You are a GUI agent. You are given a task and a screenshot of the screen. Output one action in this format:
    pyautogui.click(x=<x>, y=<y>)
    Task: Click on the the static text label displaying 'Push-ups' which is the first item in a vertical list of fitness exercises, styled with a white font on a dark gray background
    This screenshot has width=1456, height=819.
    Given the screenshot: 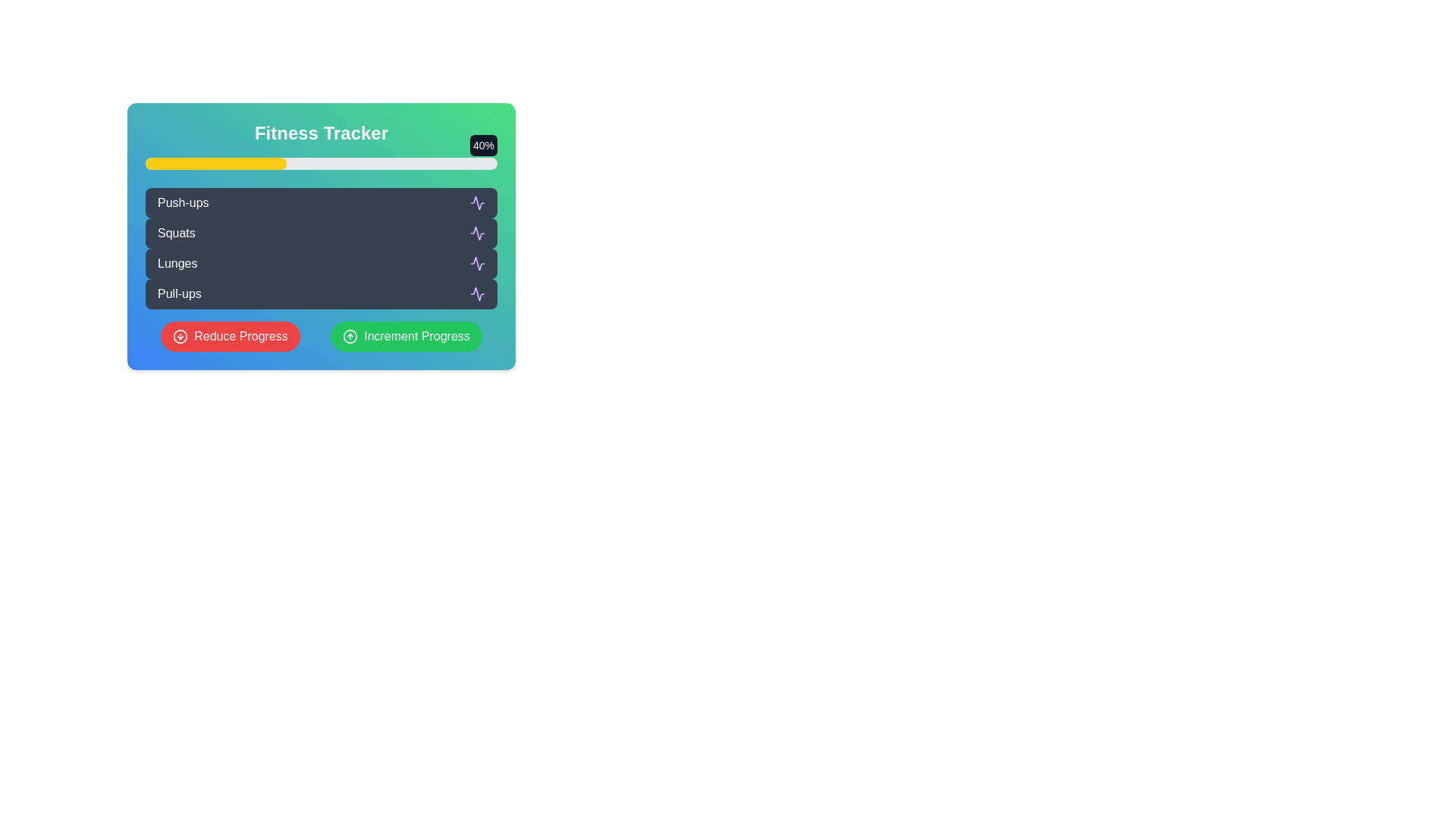 What is the action you would take?
    pyautogui.click(x=182, y=202)
    